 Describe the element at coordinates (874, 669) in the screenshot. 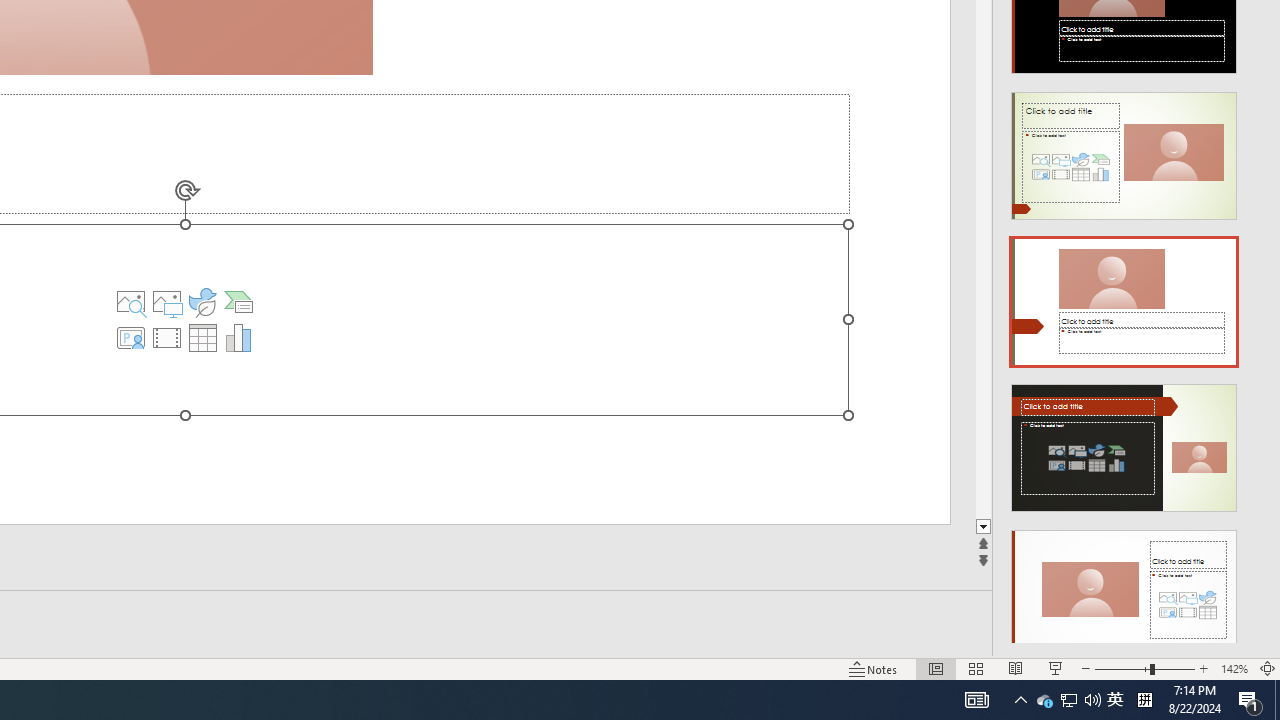

I see `'Notes '` at that location.